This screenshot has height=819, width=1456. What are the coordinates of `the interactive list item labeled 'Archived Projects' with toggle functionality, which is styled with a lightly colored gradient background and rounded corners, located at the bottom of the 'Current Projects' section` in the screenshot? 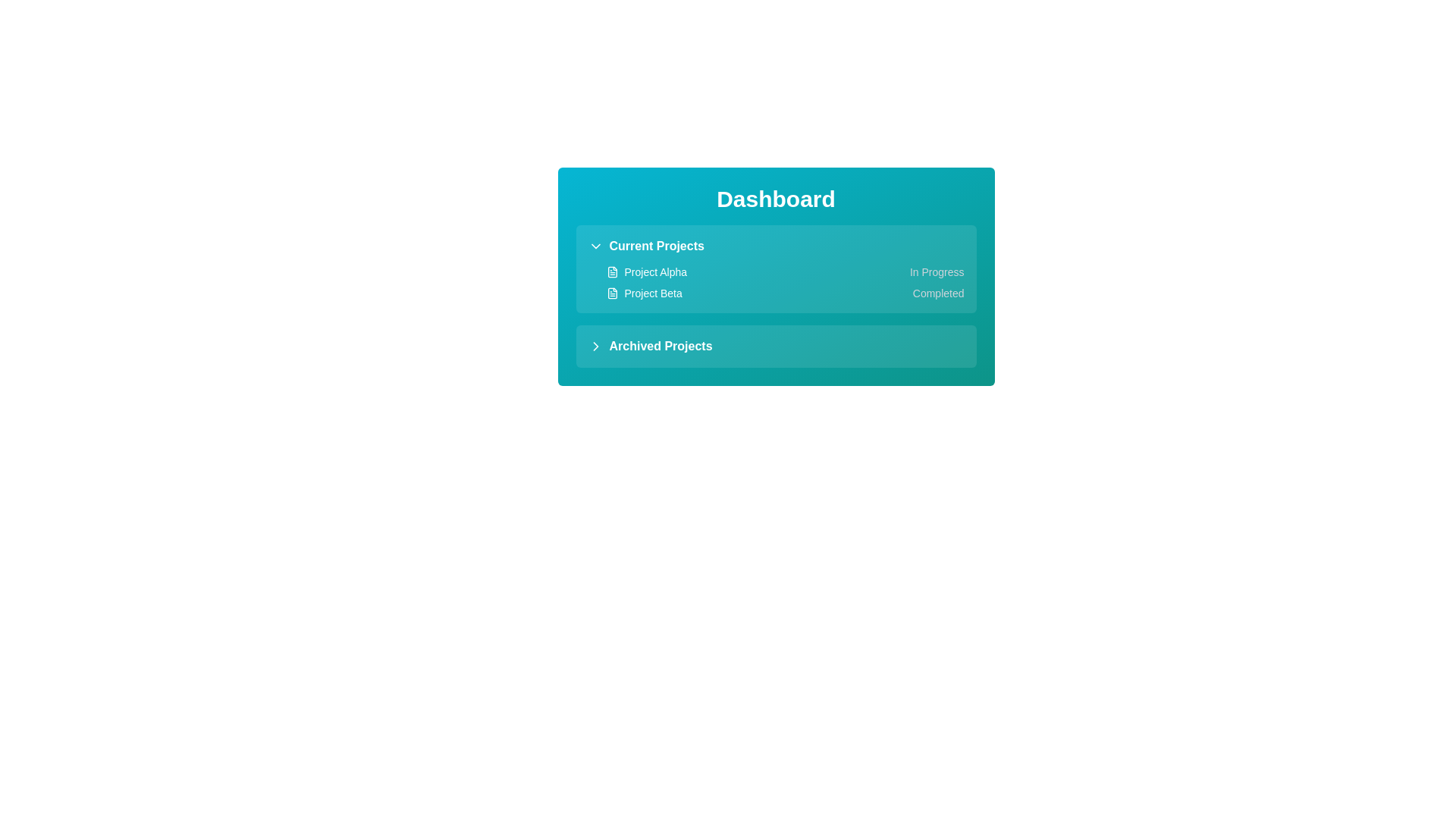 It's located at (776, 346).